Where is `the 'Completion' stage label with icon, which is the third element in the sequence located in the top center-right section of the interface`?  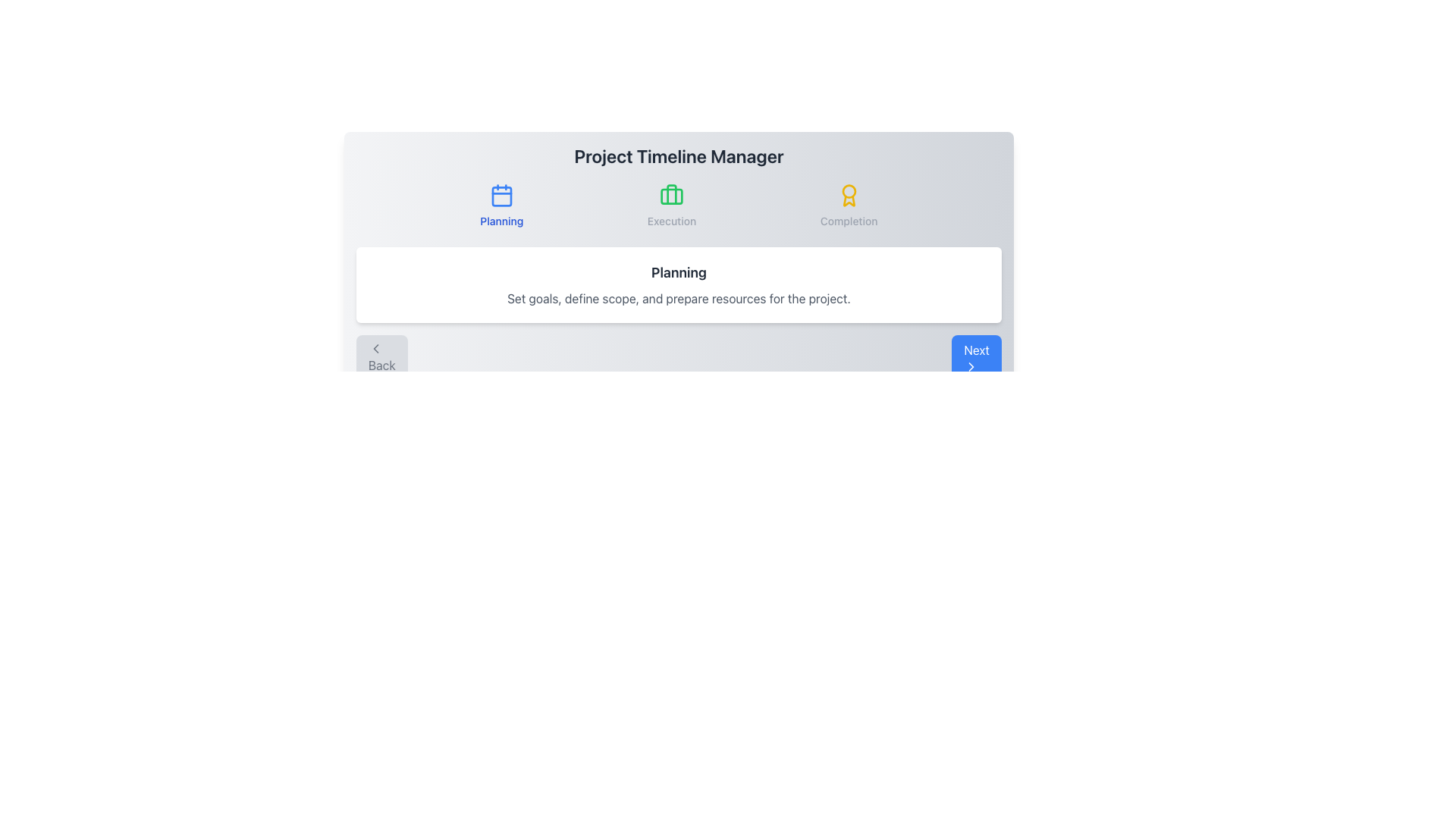
the 'Completion' stage label with icon, which is the third element in the sequence located in the top center-right section of the interface is located at coordinates (848, 206).